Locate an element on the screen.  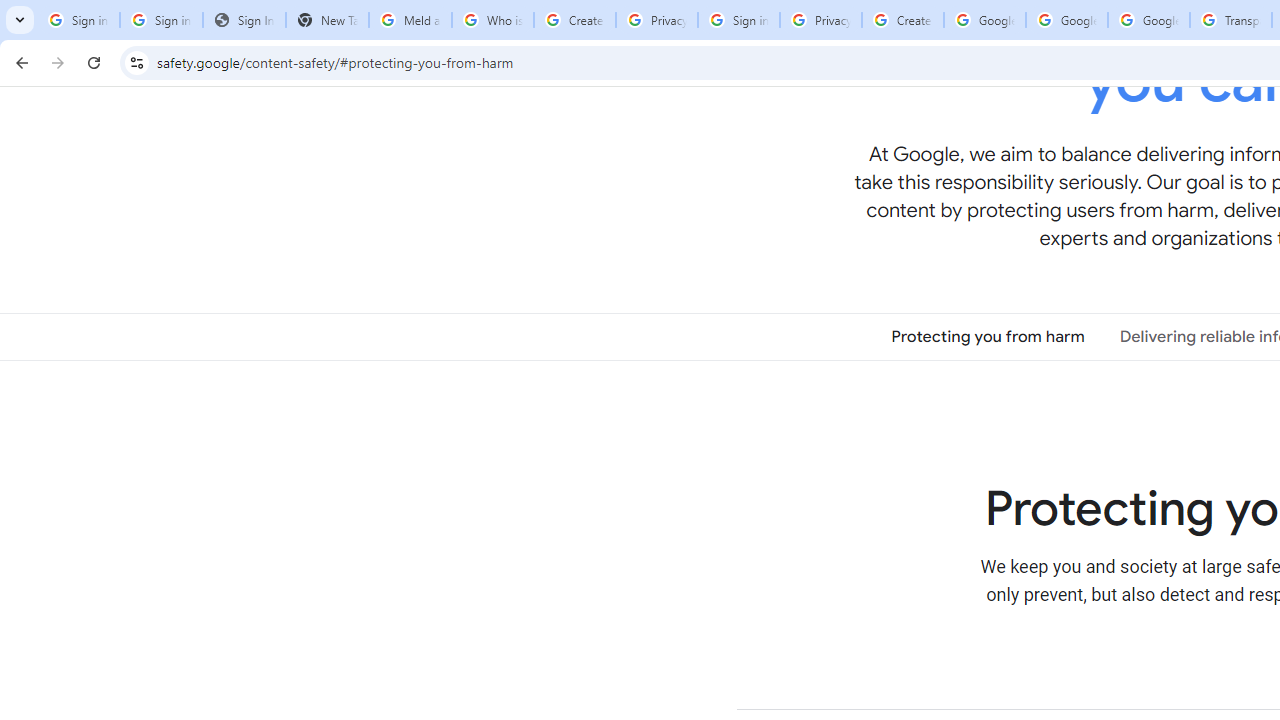
'New Tab' is located at coordinates (327, 20).